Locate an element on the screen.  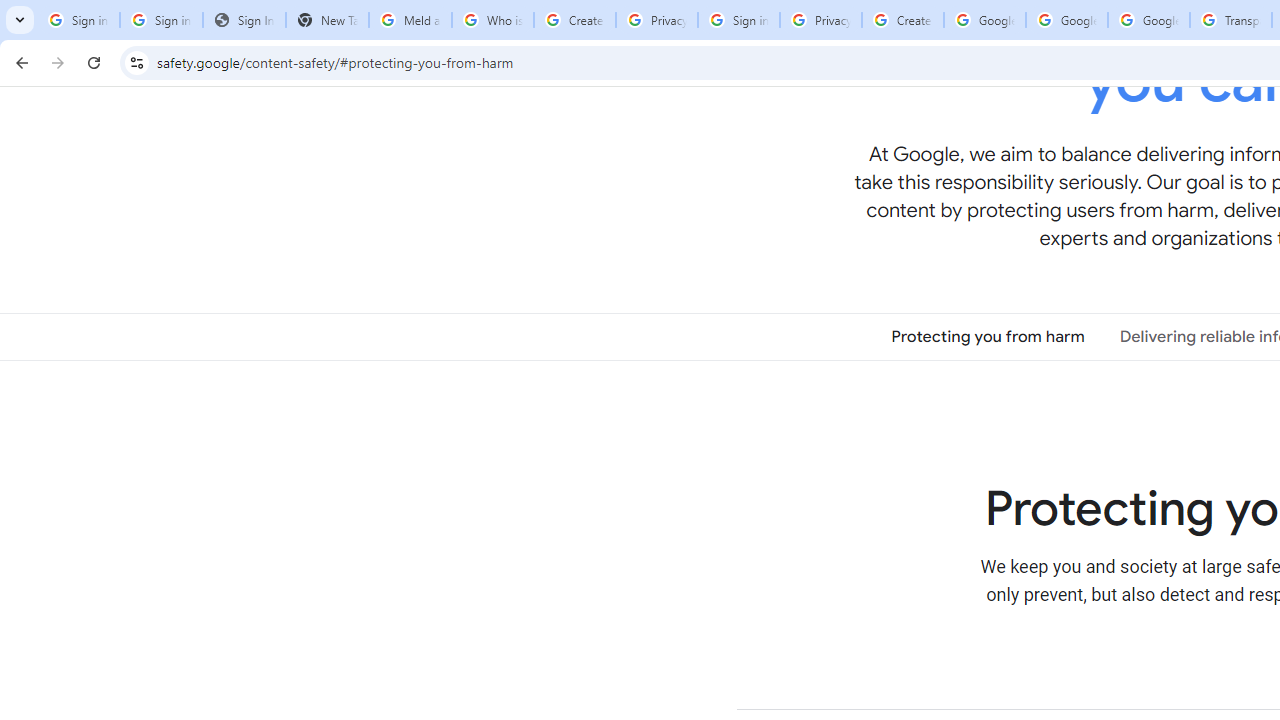
'New Tab' is located at coordinates (327, 20).